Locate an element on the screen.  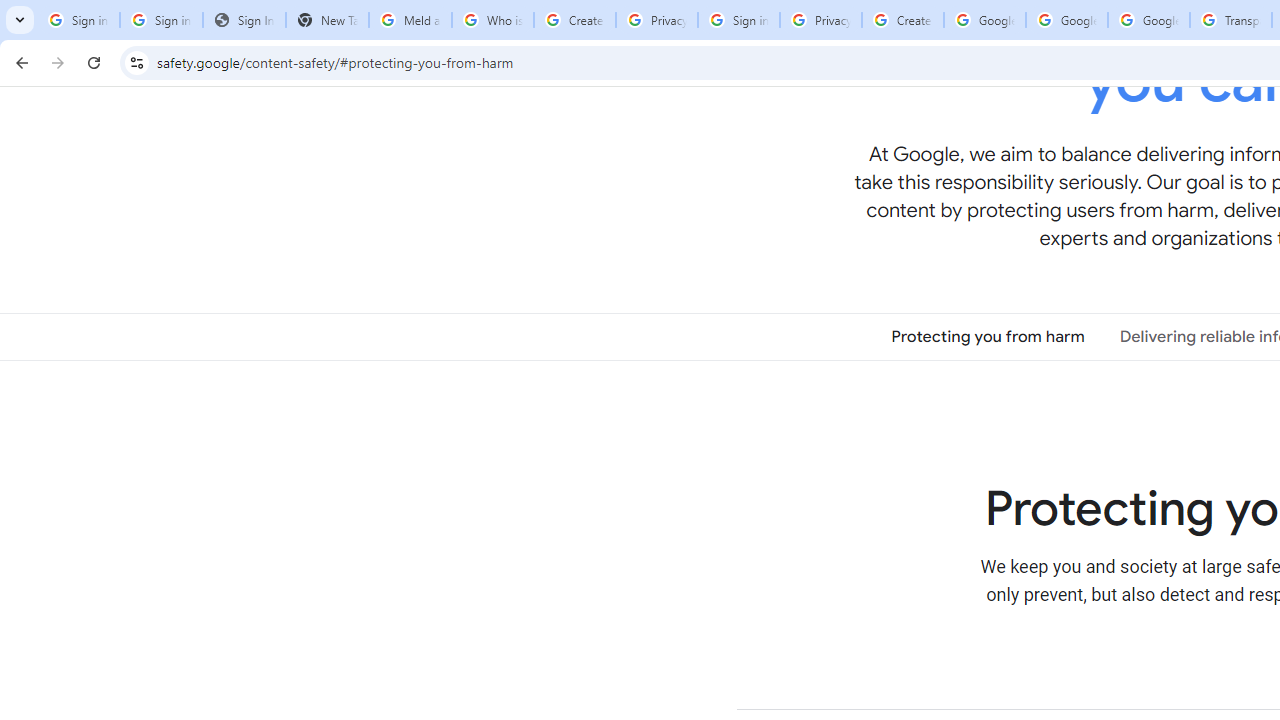
'New Tab' is located at coordinates (327, 20).